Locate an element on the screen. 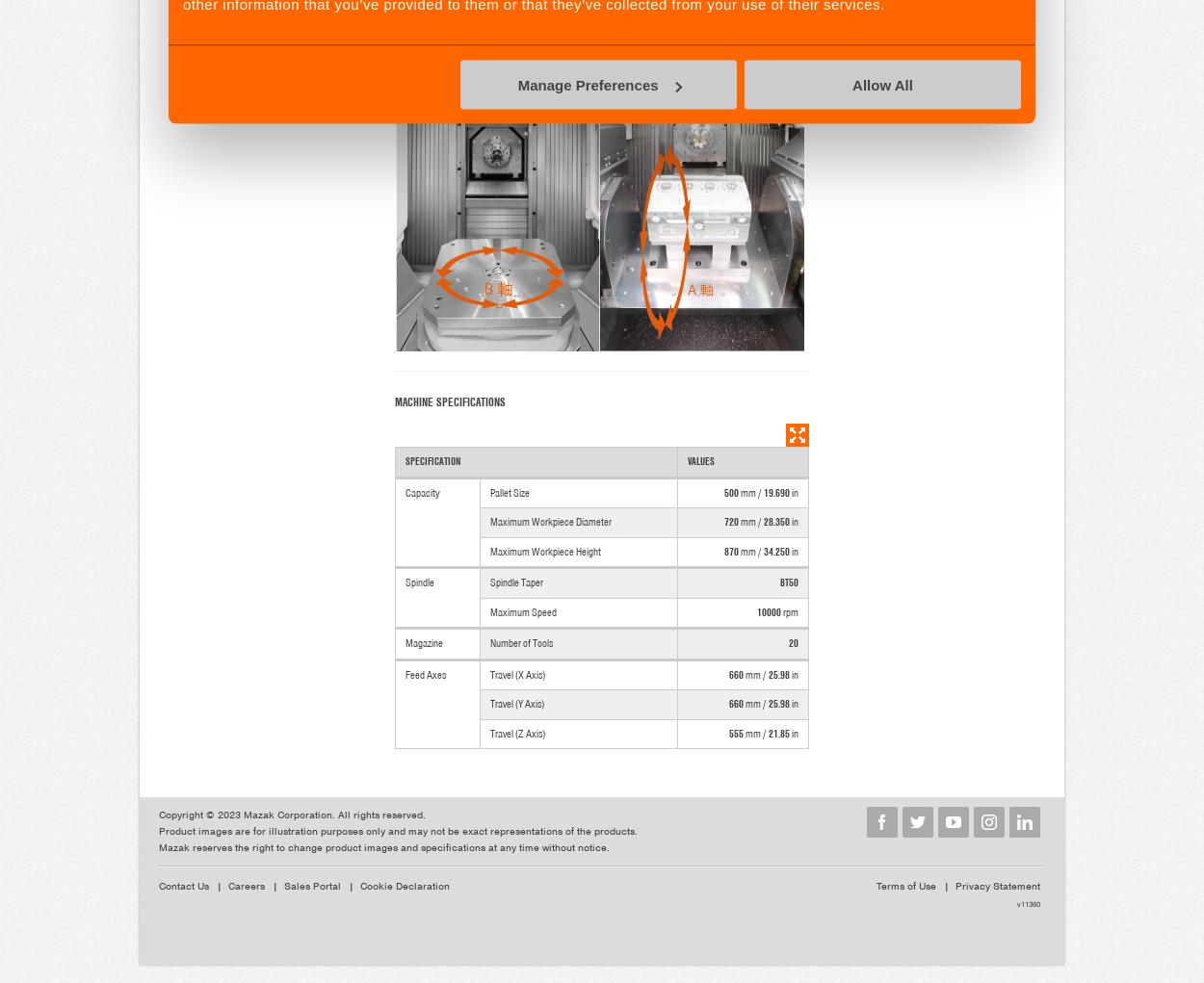 The image size is (1204, 983). 'Large-capacity machining area compared to required floor space' is located at coordinates (592, 34).